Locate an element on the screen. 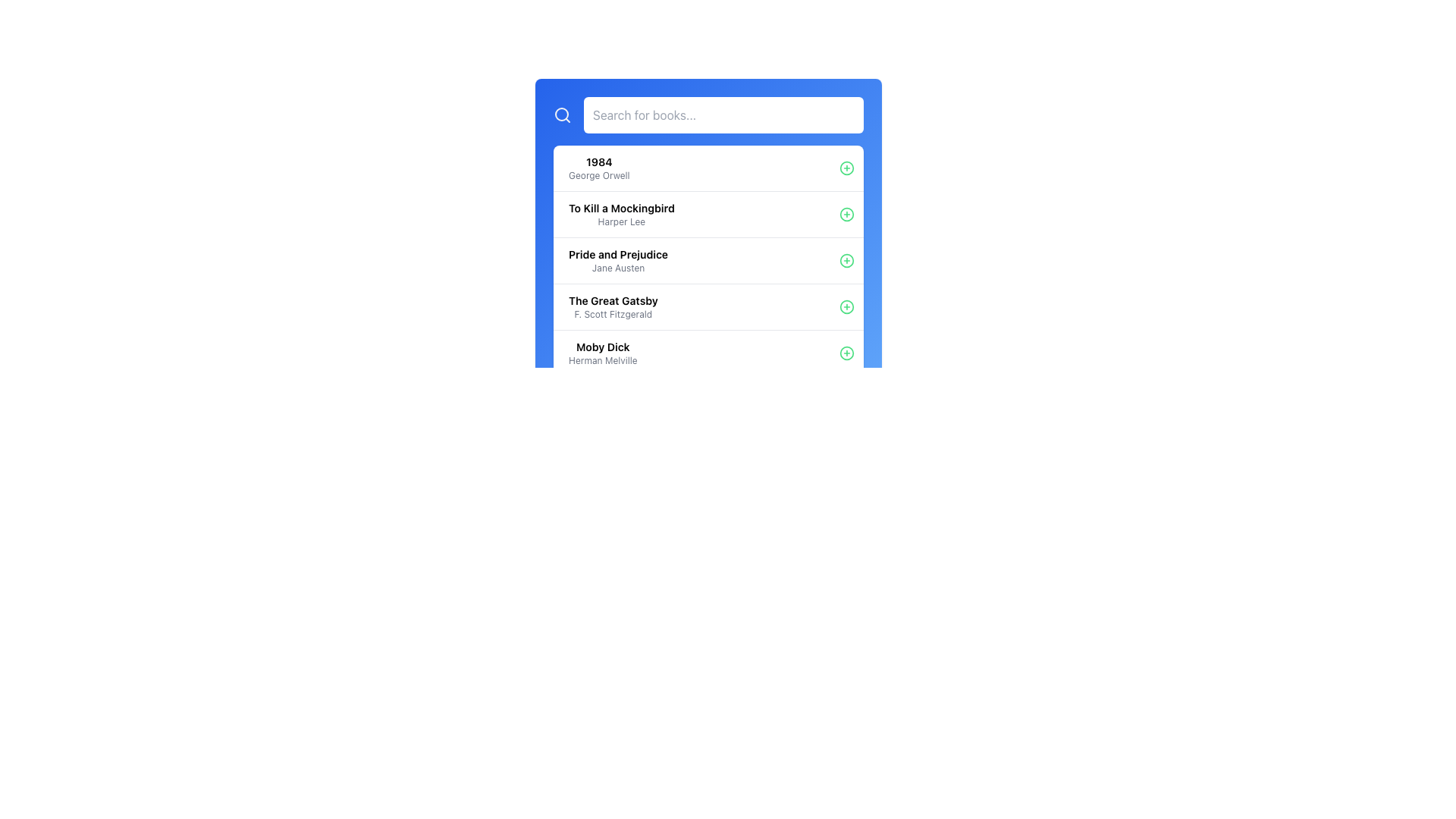 This screenshot has height=819, width=1456. static text label displaying the author's name 'Herman Melville', which is located beneath the title 'Moby Dick' is located at coordinates (602, 360).